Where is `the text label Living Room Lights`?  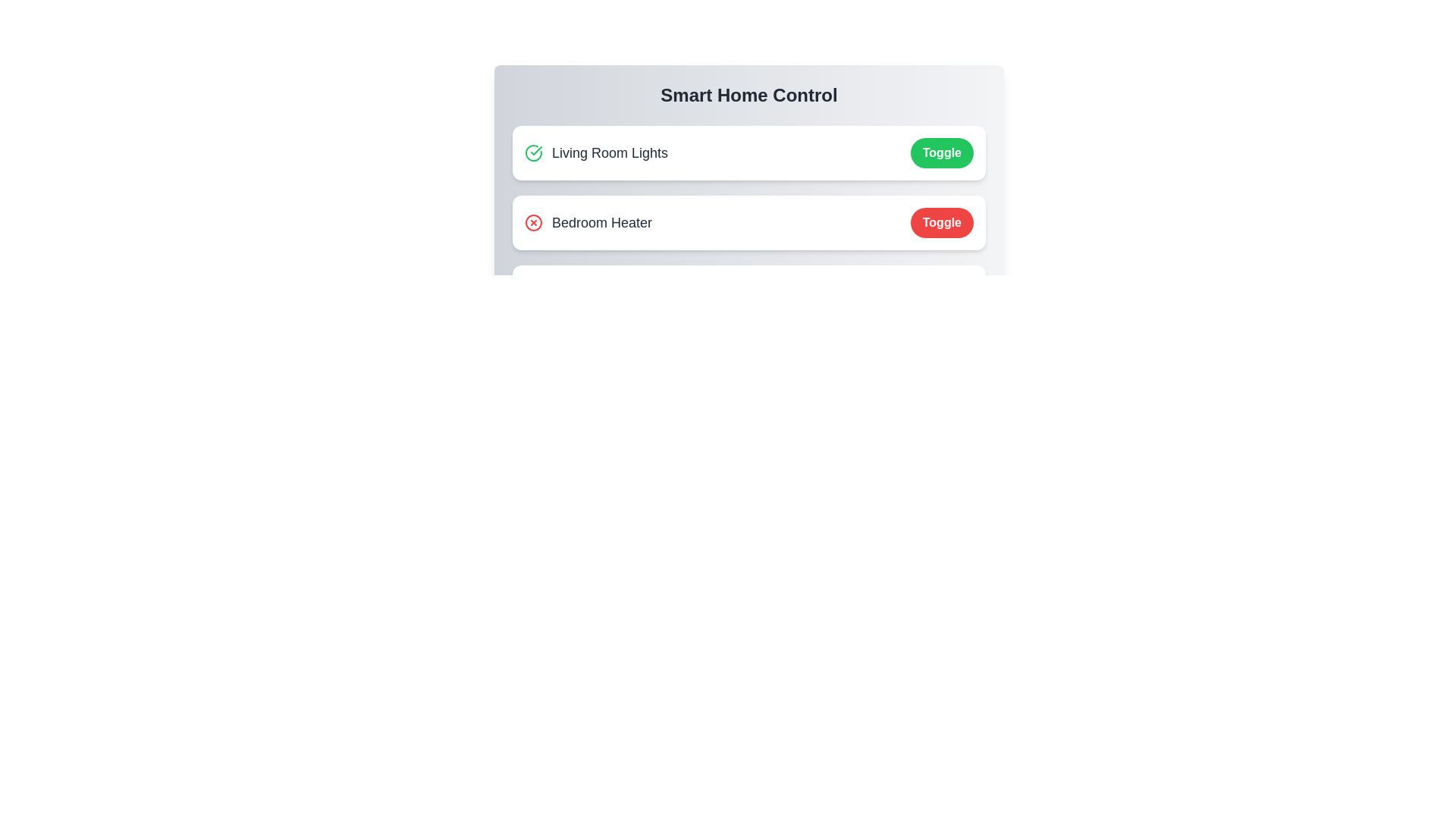 the text label Living Room Lights is located at coordinates (595, 152).